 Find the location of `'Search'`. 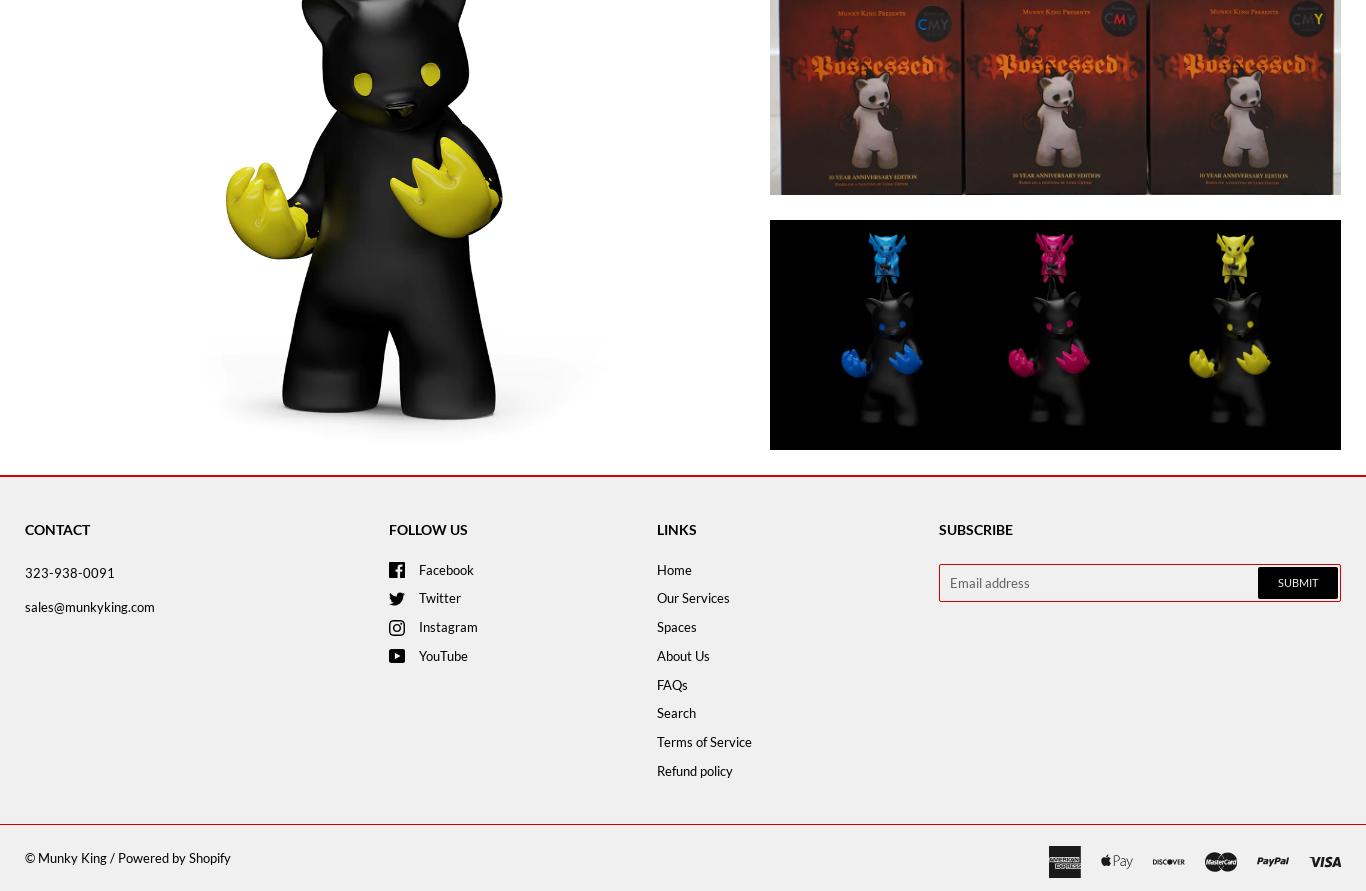

'Search' is located at coordinates (656, 711).